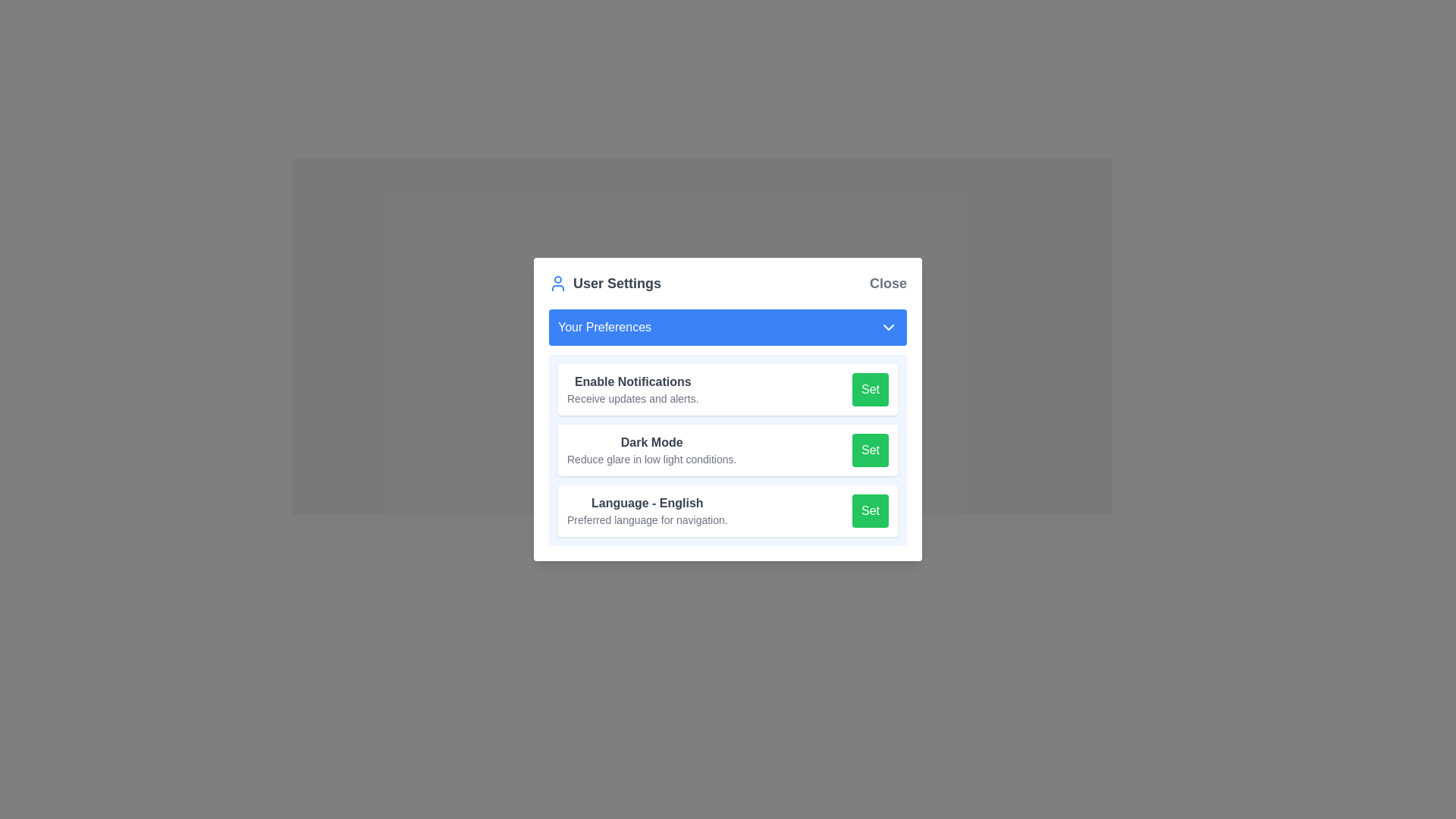  Describe the element at coordinates (647, 511) in the screenshot. I see `the informational text block that displays the current language setting ('English') in the lower section of the preference settings modal` at that location.